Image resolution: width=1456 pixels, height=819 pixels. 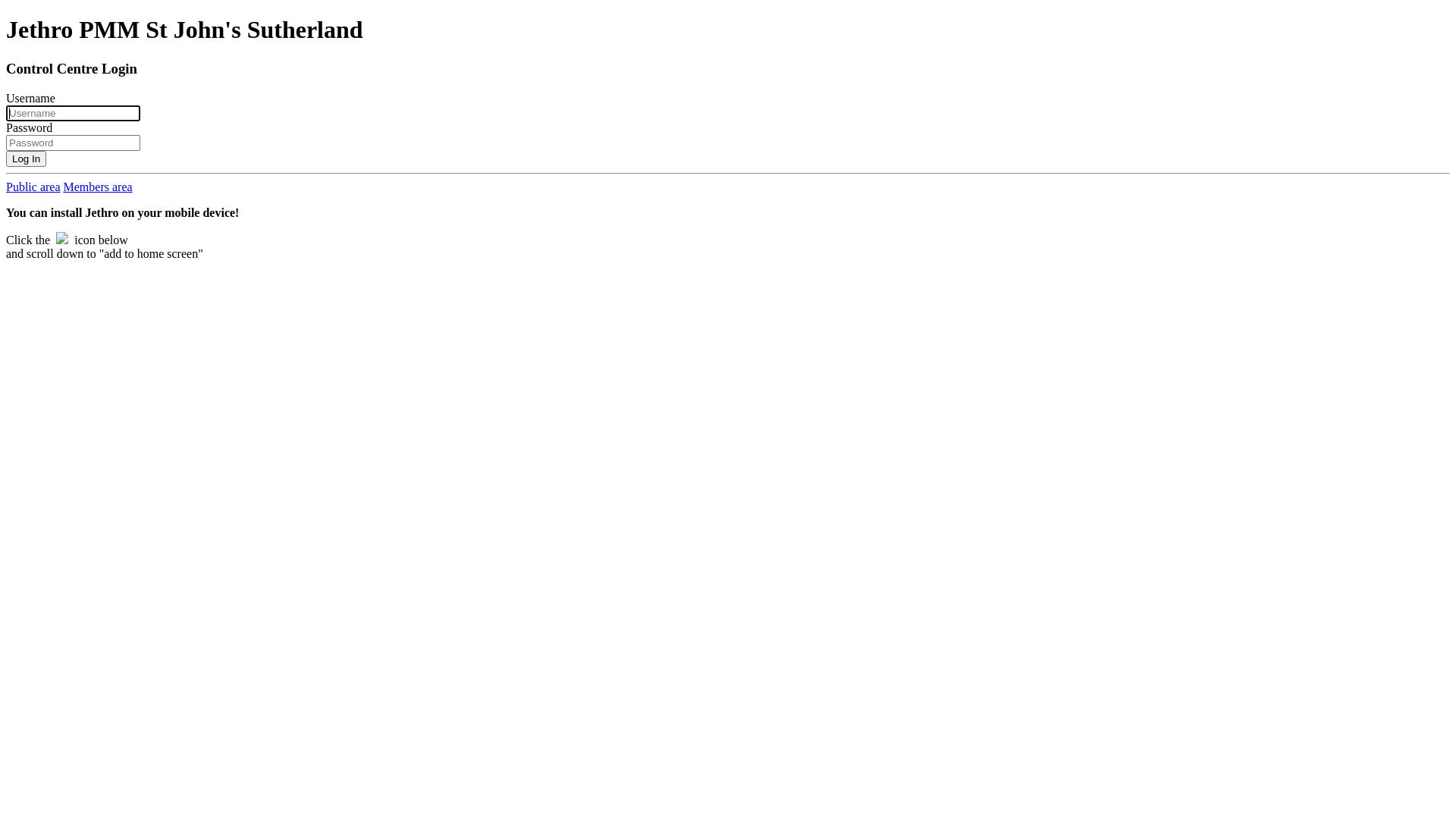 What do you see at coordinates (26, 158) in the screenshot?
I see `'Log In'` at bounding box center [26, 158].